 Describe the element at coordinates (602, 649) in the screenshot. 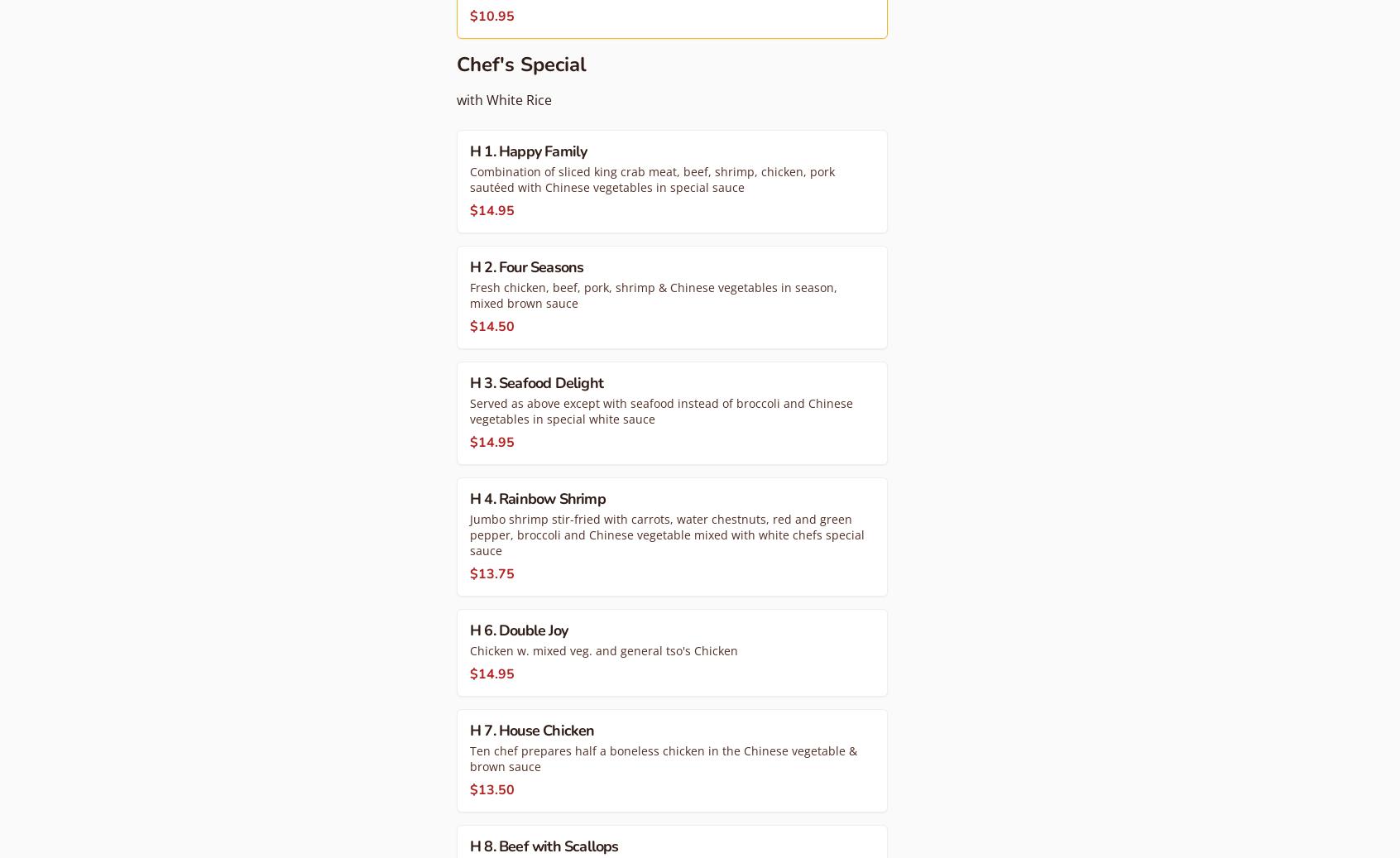

I see `'Chicken w. mixed veg. and general tso's Chicken'` at that location.